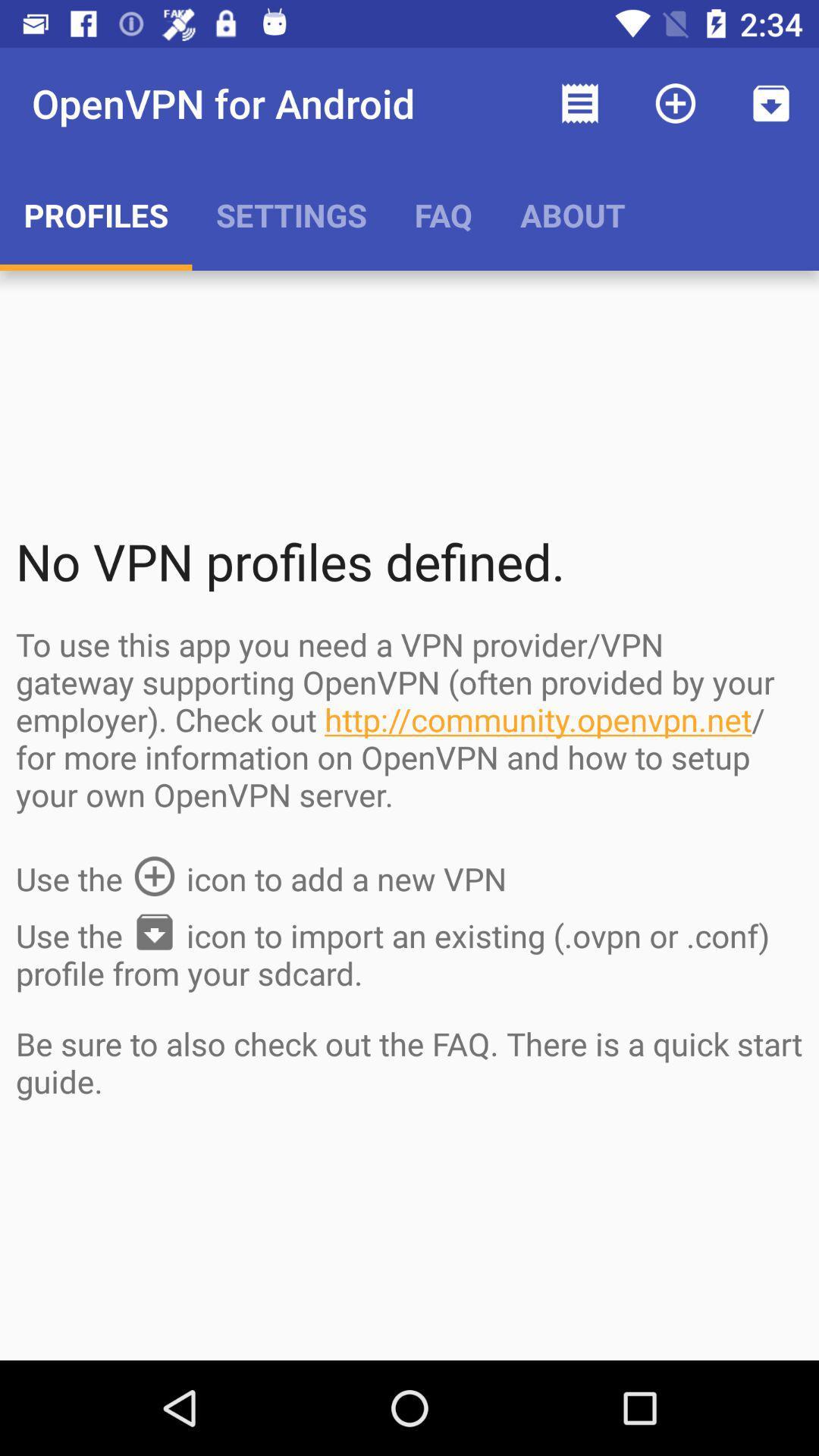 The width and height of the screenshot is (819, 1456). I want to click on download icon, so click(771, 103).